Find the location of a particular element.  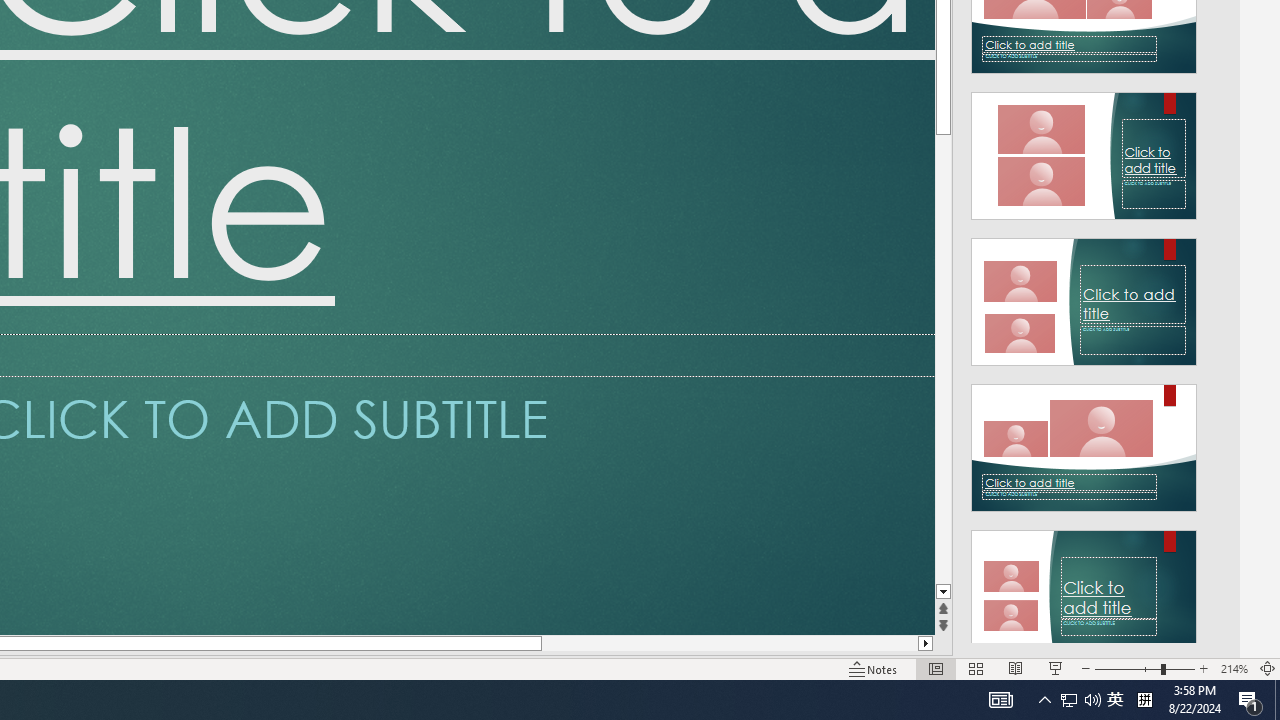

'Zoom' is located at coordinates (1144, 669).